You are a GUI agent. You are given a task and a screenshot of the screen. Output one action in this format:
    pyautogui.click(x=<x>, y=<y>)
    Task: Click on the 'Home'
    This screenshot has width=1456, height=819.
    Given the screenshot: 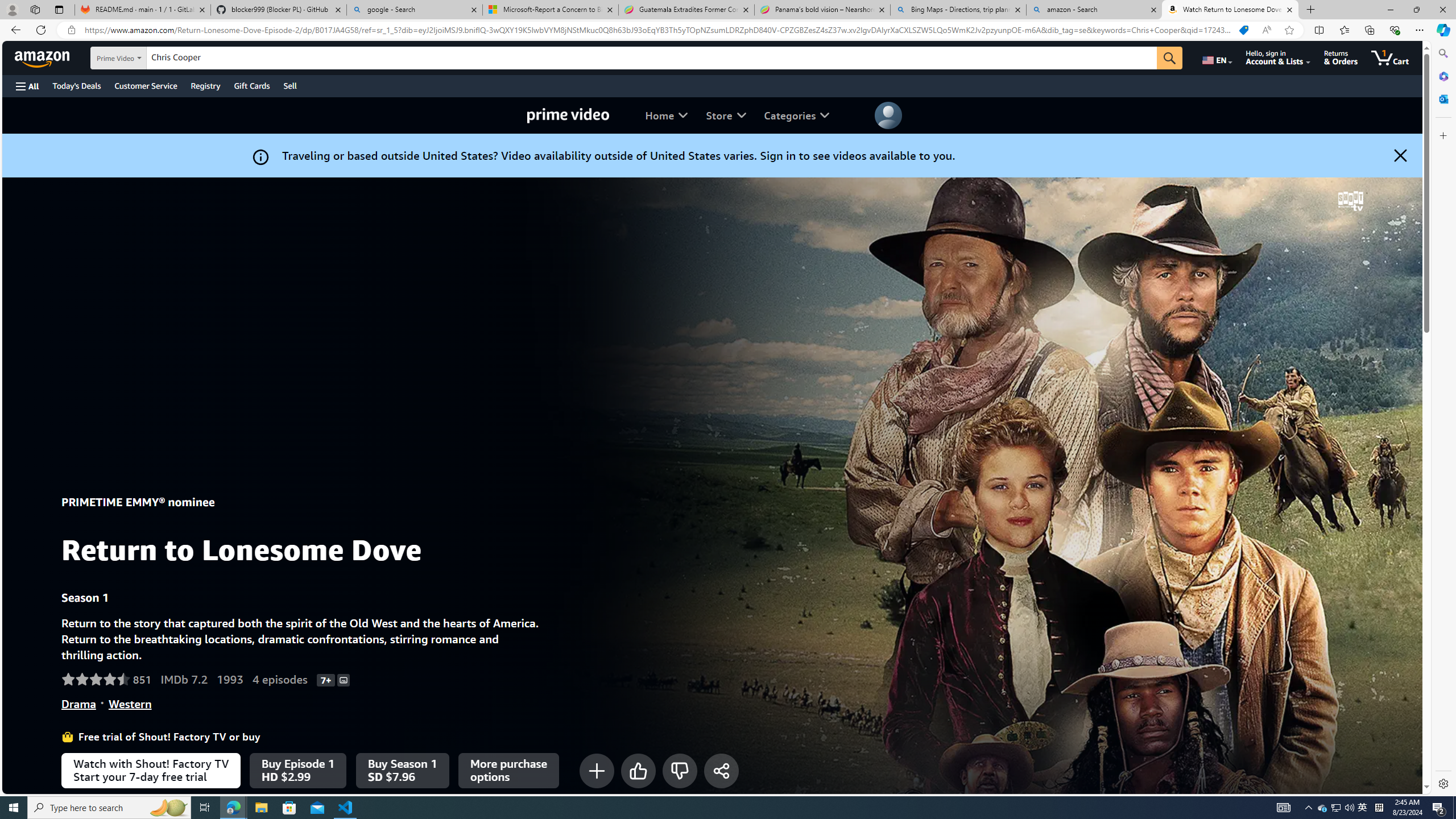 What is the action you would take?
    pyautogui.click(x=666, y=115)
    